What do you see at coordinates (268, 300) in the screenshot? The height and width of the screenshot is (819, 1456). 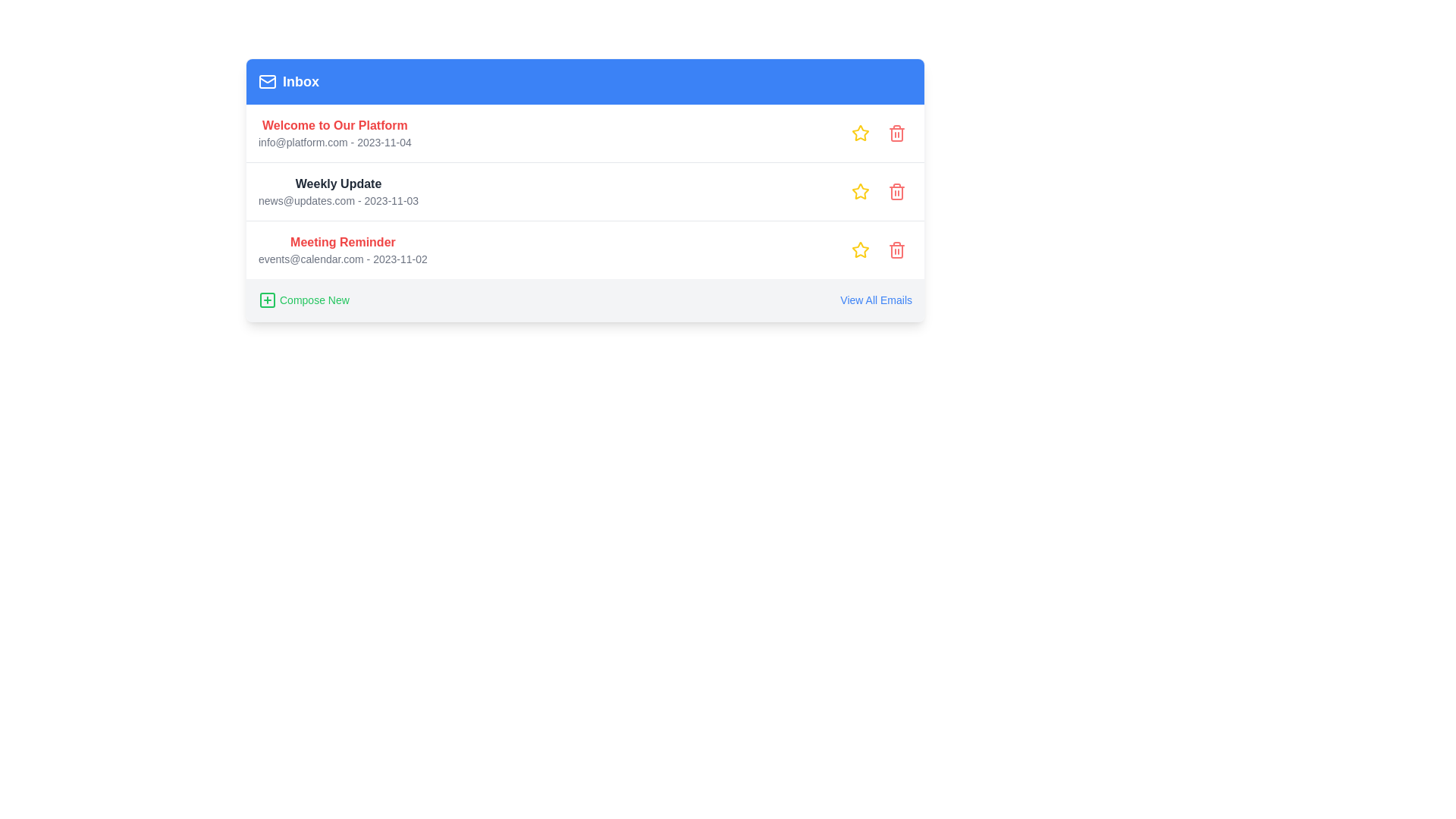 I see `the 'Compose New' button icon, which is the prominent square element containing the '+' sign, to initiate creating a new email` at bounding box center [268, 300].